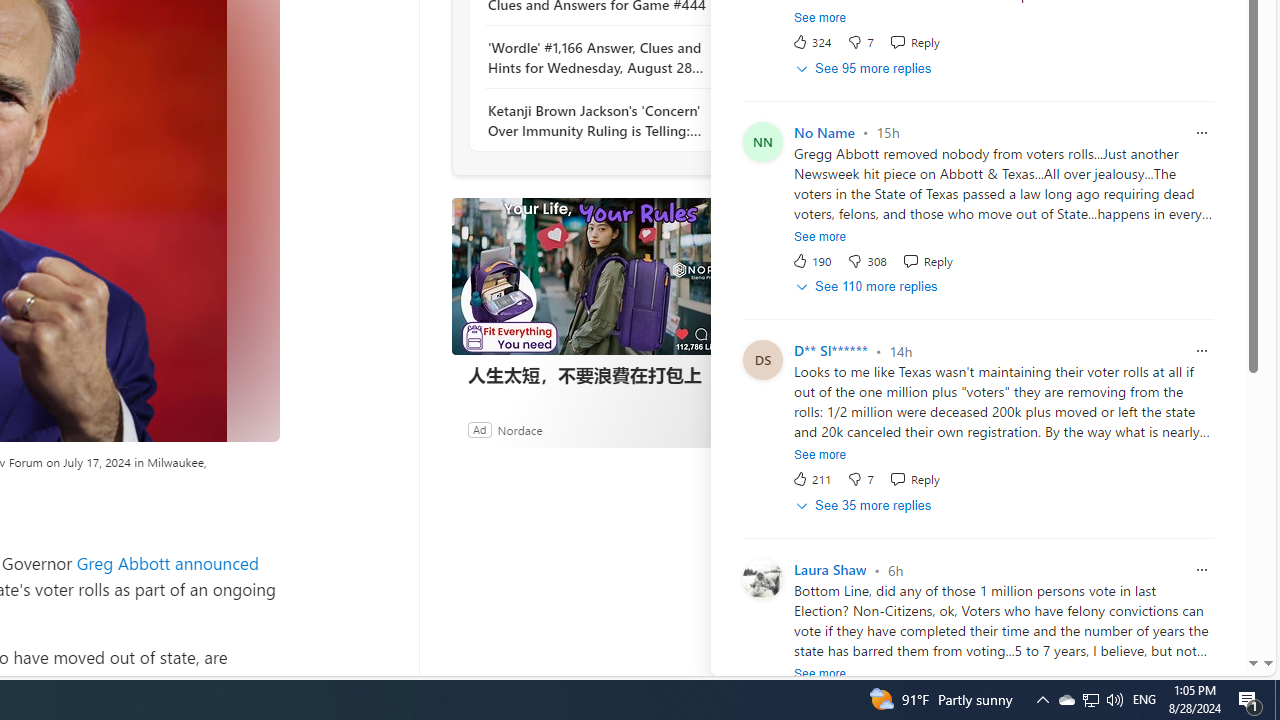 This screenshot has height=720, width=1280. I want to click on '211 Like', so click(811, 479).